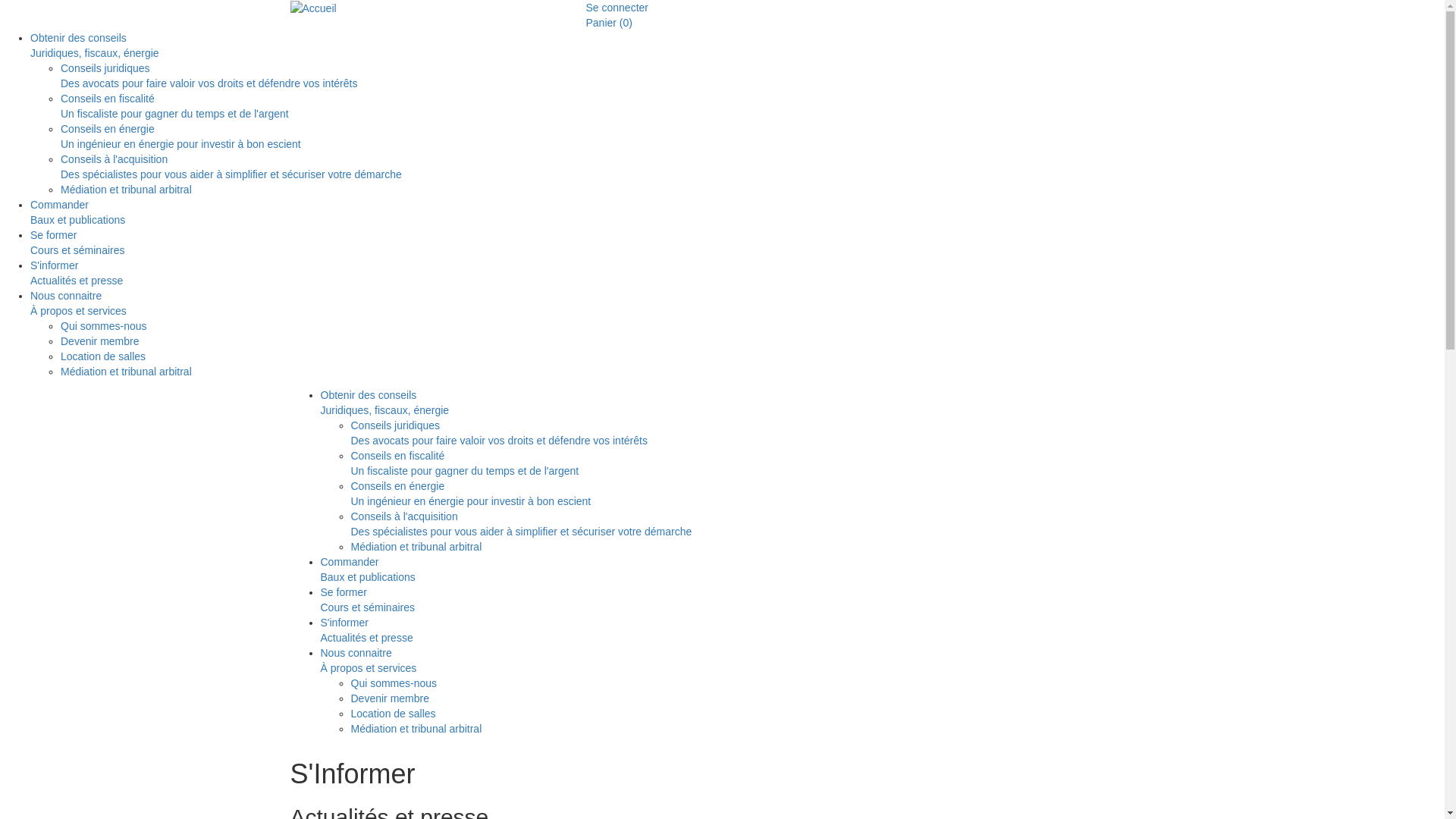 This screenshot has height=819, width=1456. I want to click on 'Se connecter', so click(617, 8).